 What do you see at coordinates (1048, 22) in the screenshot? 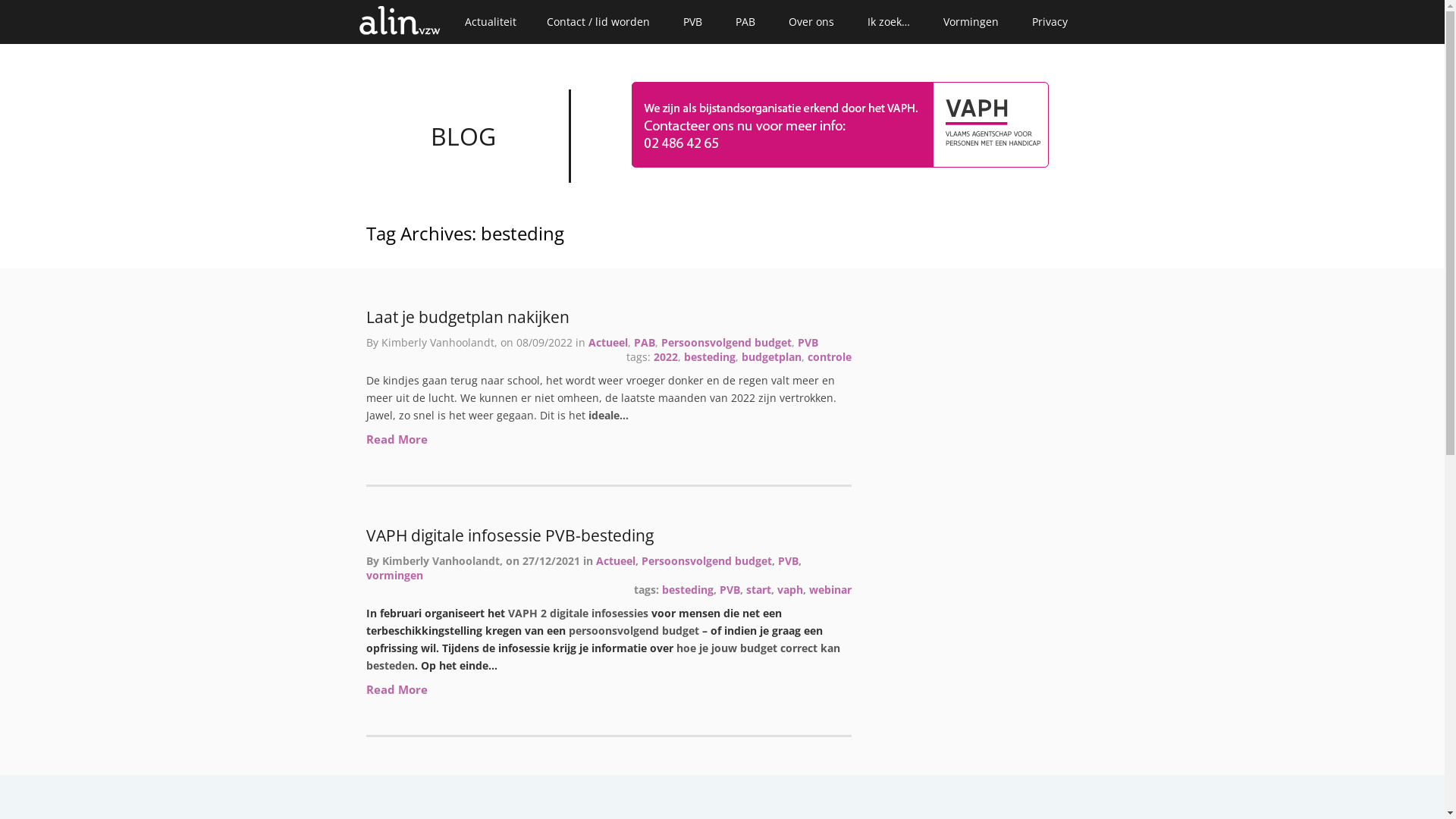
I see `'Privacy'` at bounding box center [1048, 22].